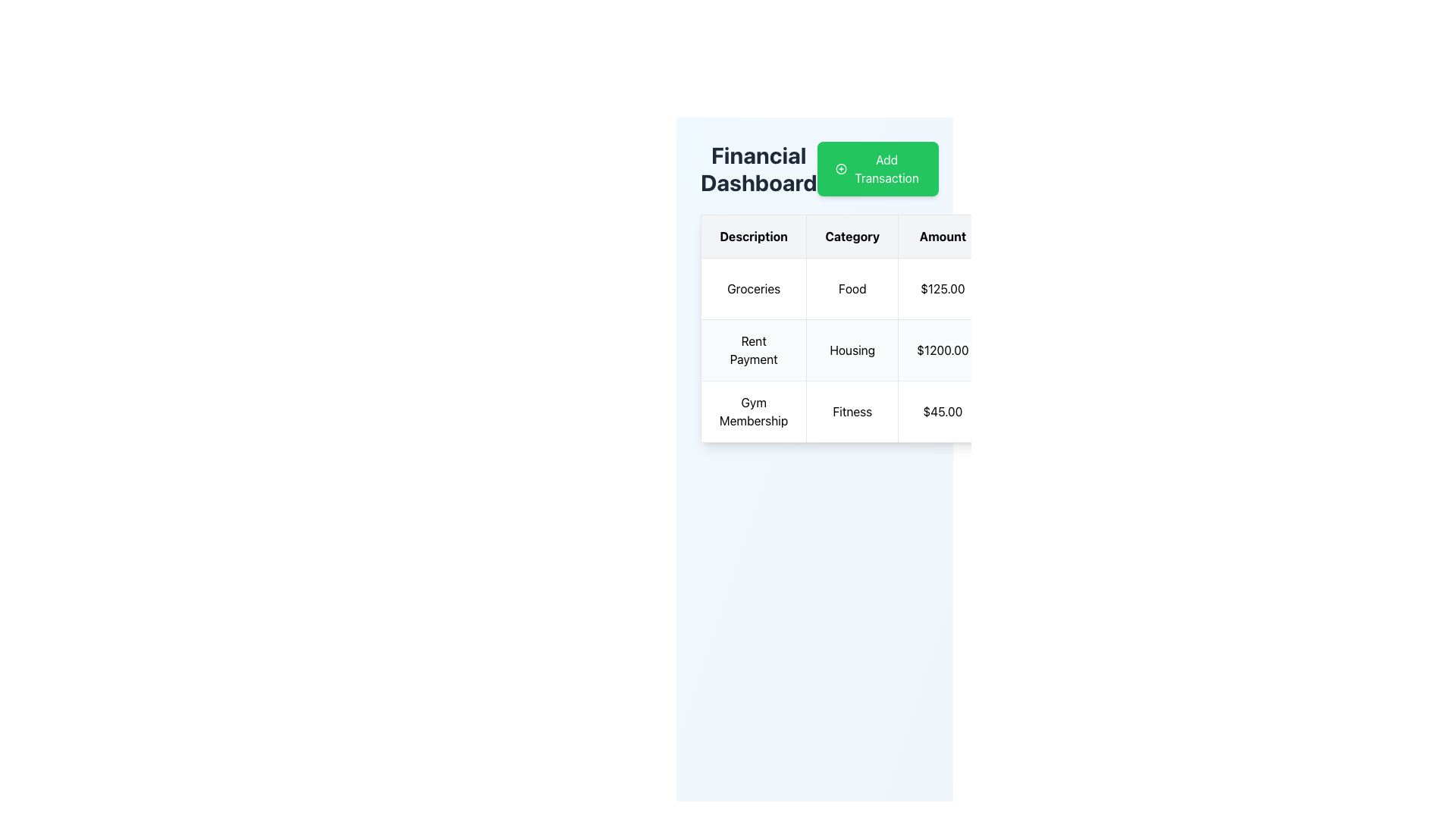 The height and width of the screenshot is (819, 1456). Describe the element at coordinates (852, 350) in the screenshot. I see `or copy the text 'Housing' from the second cell in the second row of the table under the 'Category' column` at that location.